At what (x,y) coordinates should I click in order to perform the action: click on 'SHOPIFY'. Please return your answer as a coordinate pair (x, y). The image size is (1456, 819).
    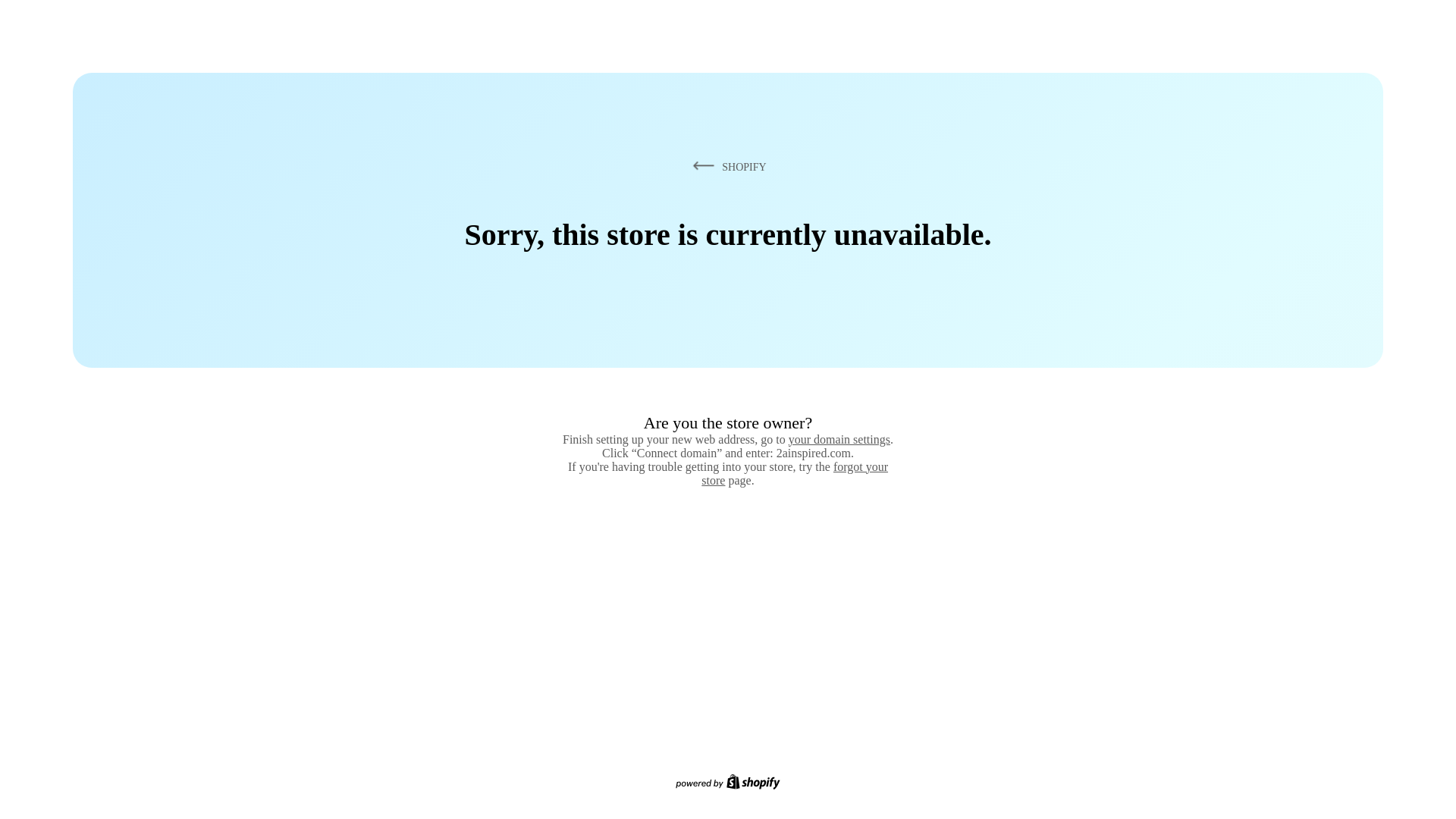
    Looking at the image, I should click on (688, 166).